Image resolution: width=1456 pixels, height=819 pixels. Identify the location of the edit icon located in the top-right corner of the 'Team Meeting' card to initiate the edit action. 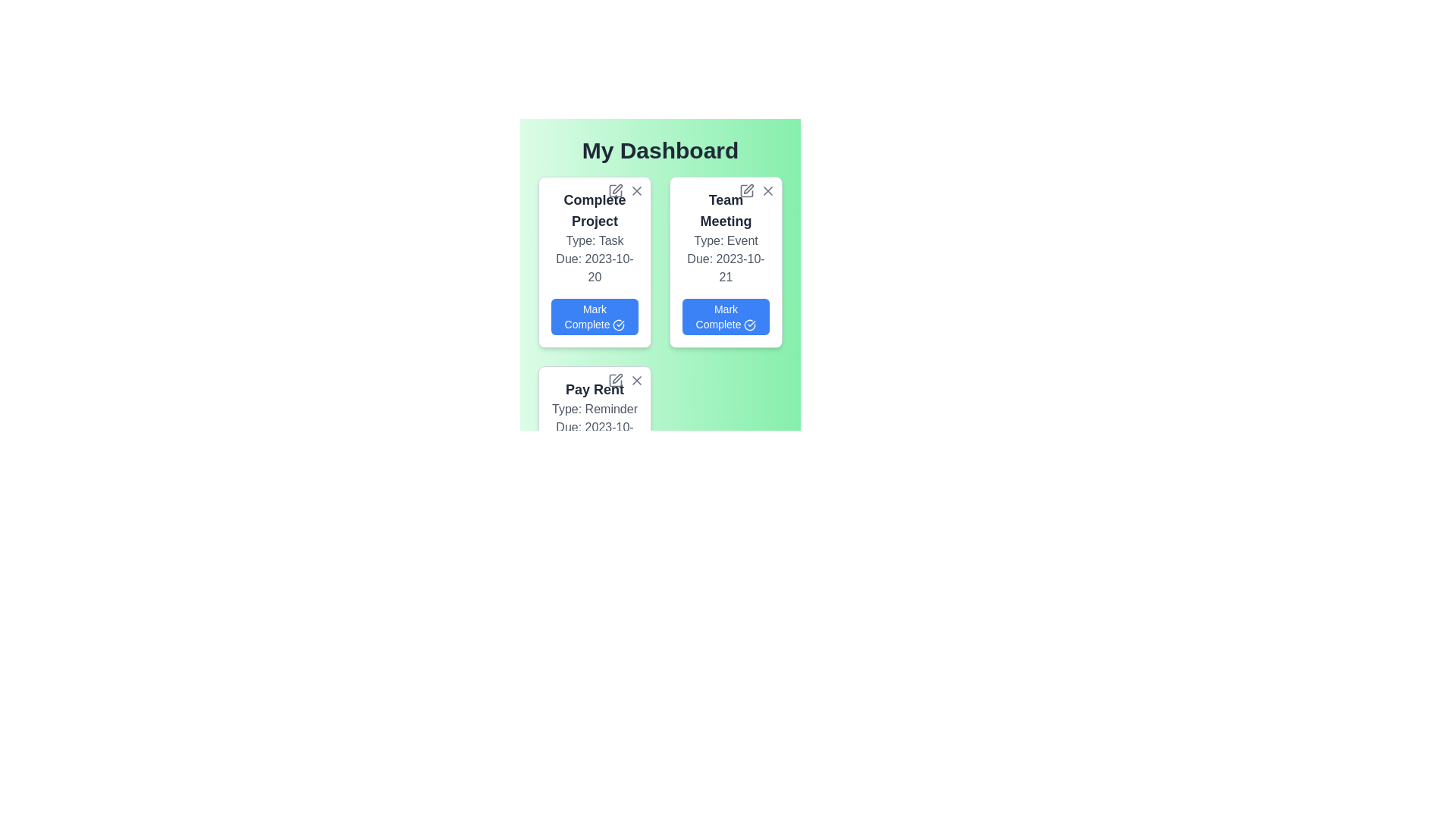
(748, 188).